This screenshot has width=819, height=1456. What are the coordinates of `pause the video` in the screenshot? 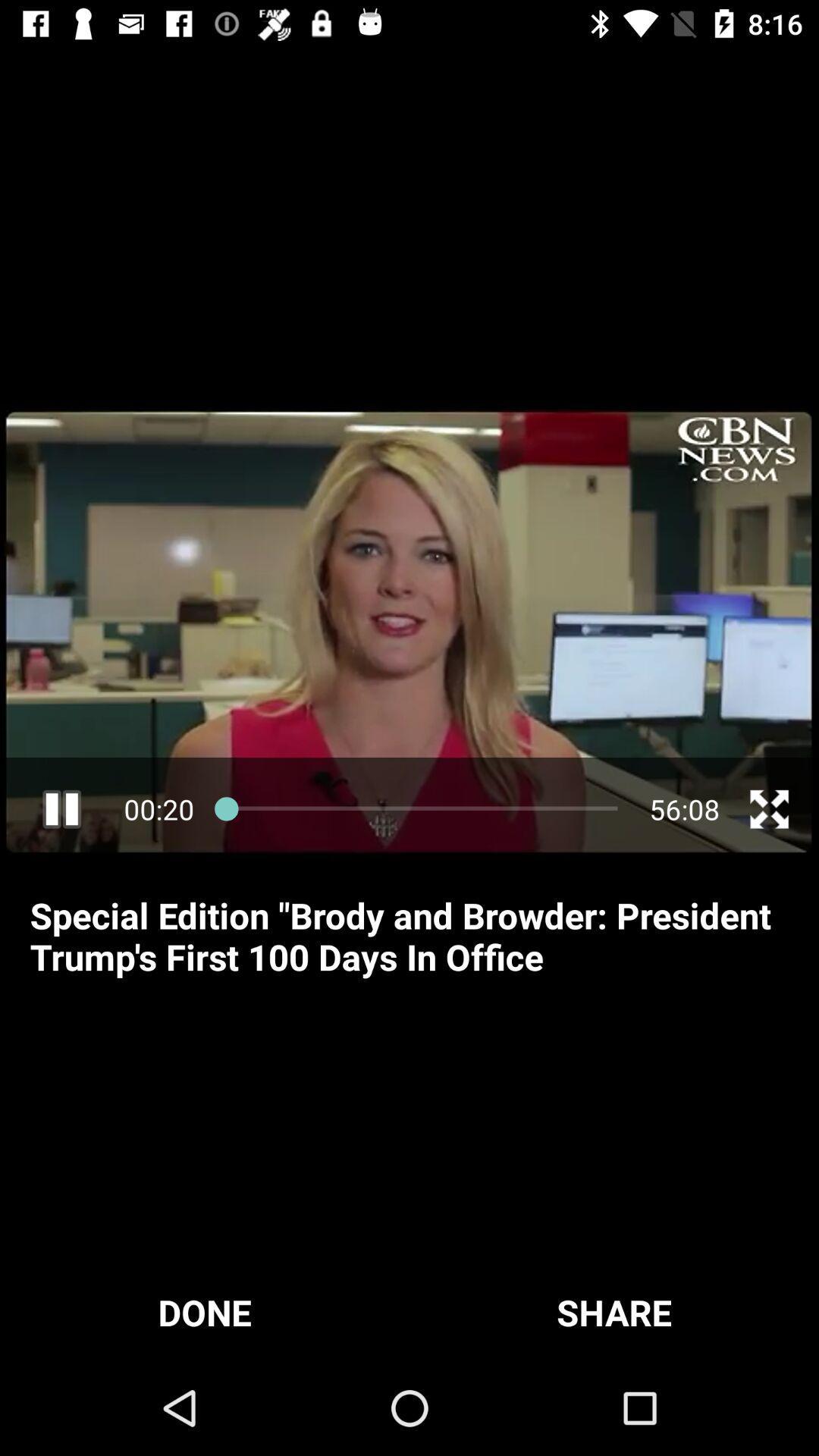 It's located at (61, 808).